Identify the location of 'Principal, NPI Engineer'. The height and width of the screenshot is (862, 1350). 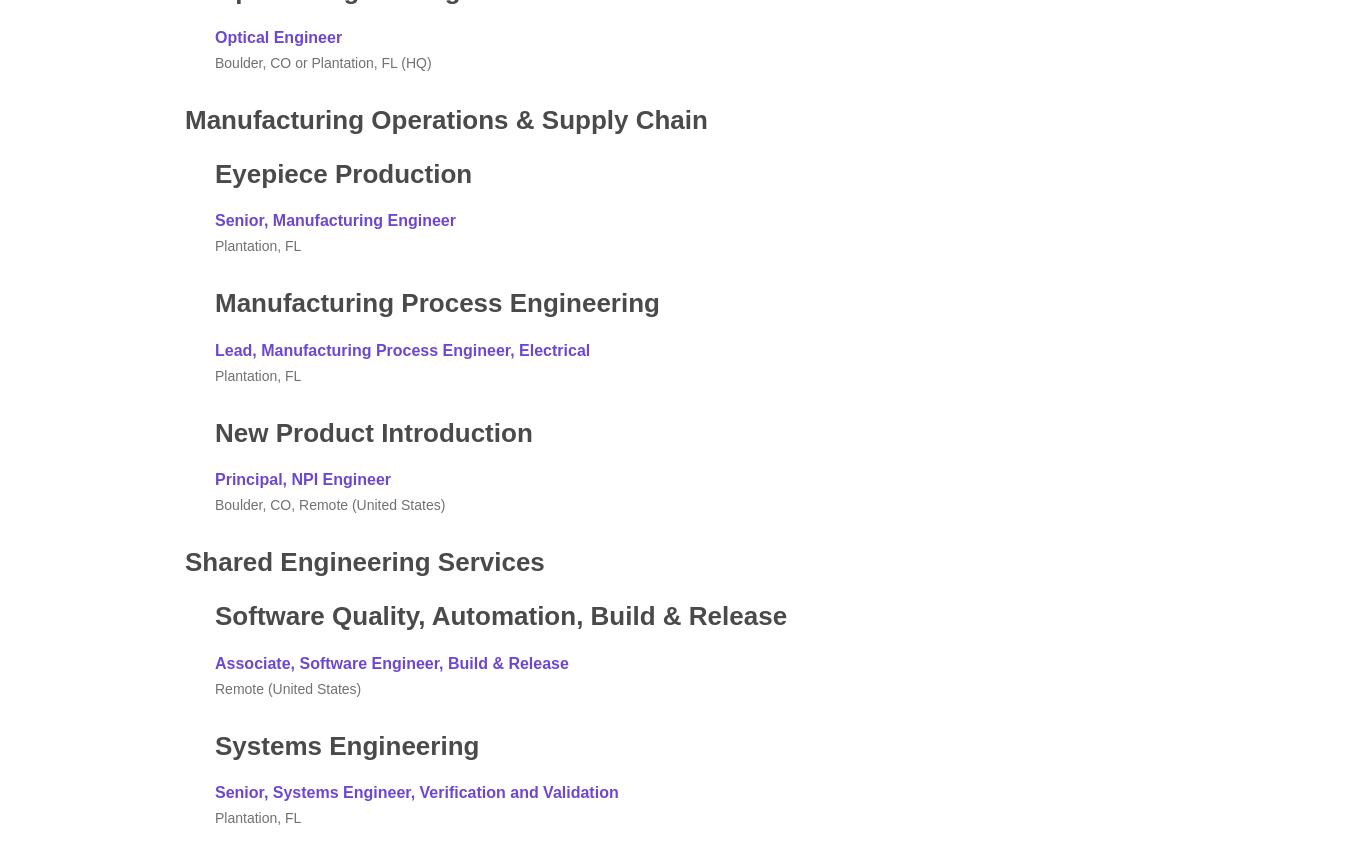
(215, 478).